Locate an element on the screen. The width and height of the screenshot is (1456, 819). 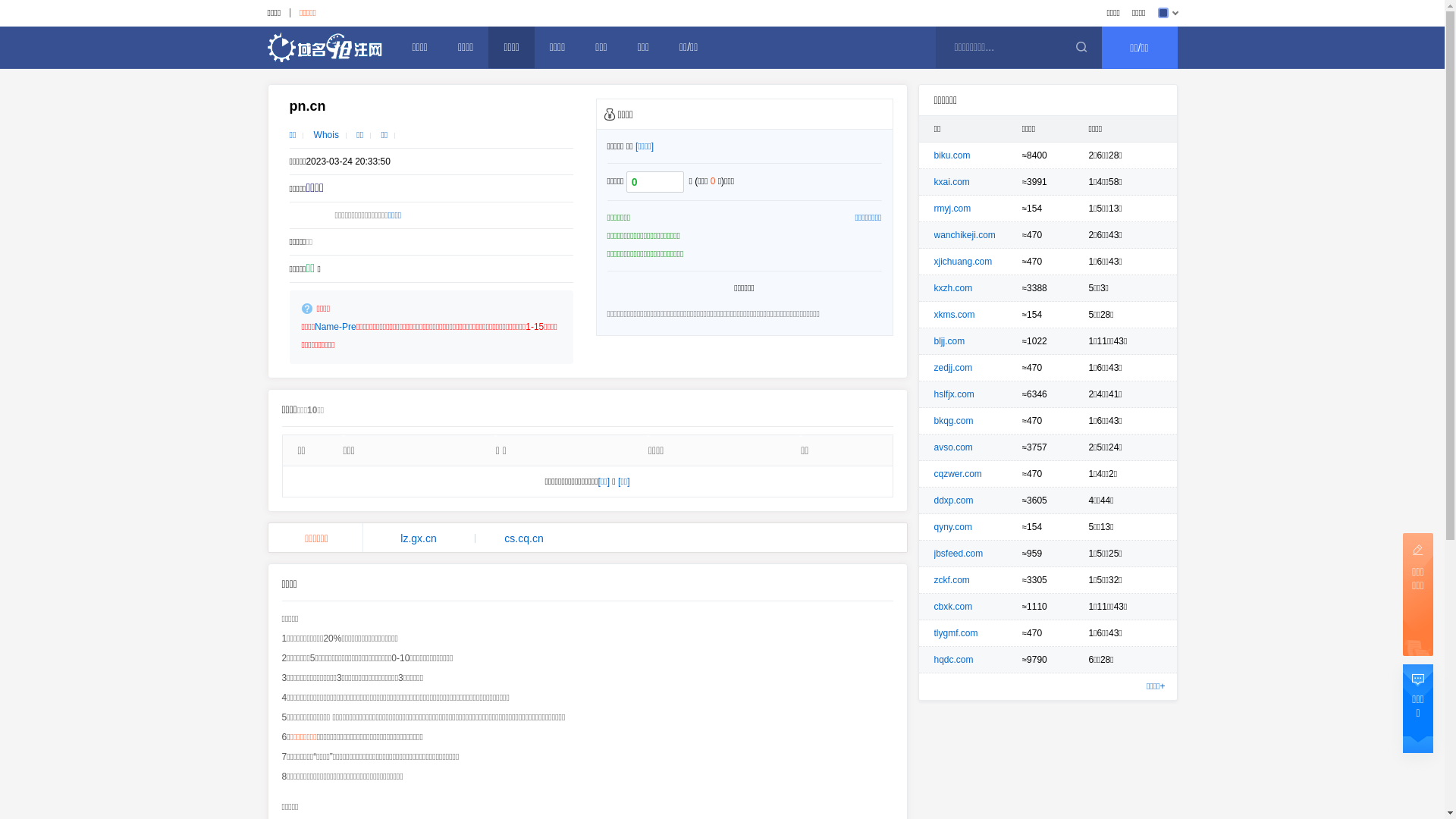
'bkqg.com' is located at coordinates (952, 421).